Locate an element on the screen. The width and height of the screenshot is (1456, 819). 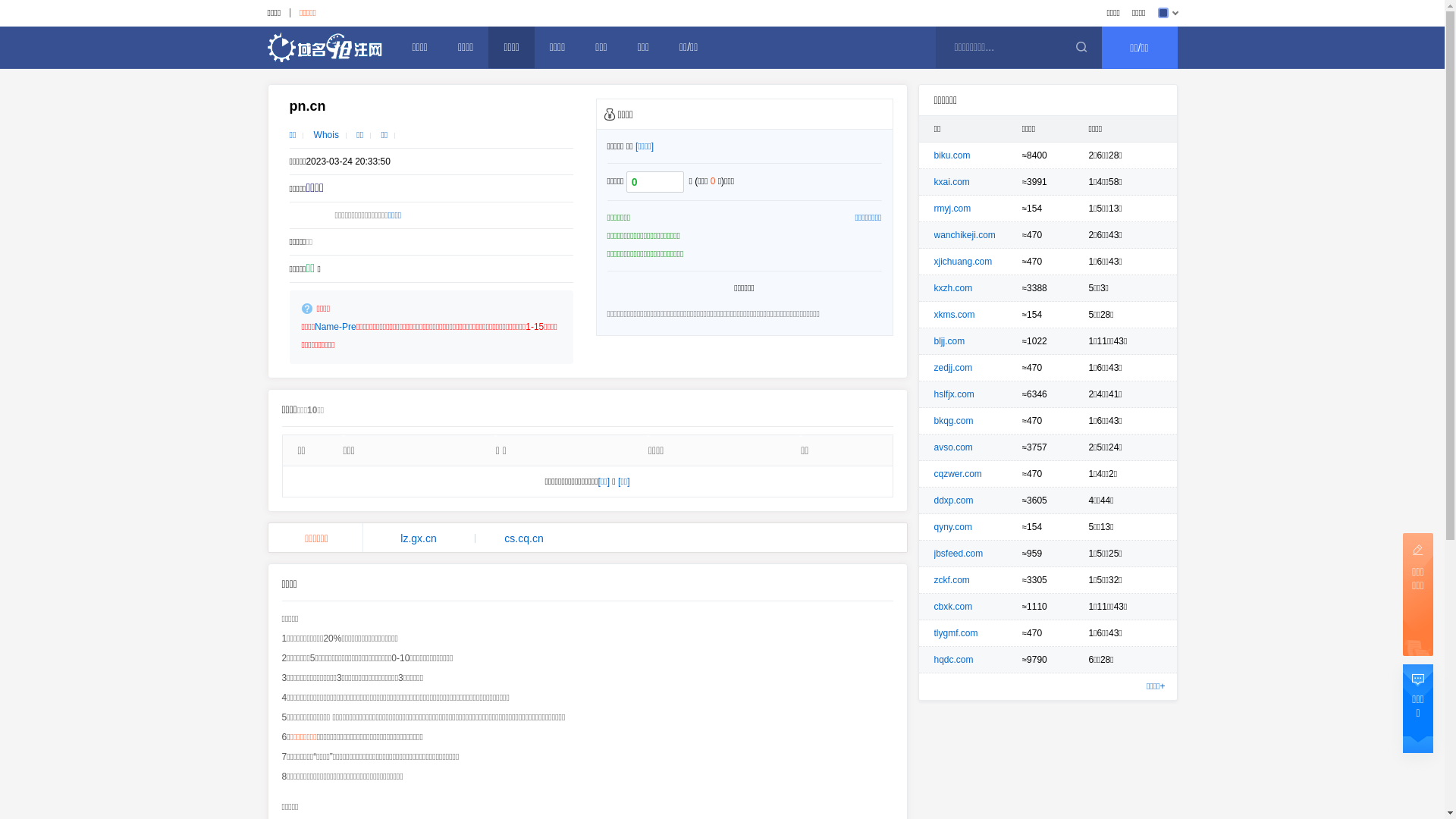
'bkqg.com' is located at coordinates (952, 421).